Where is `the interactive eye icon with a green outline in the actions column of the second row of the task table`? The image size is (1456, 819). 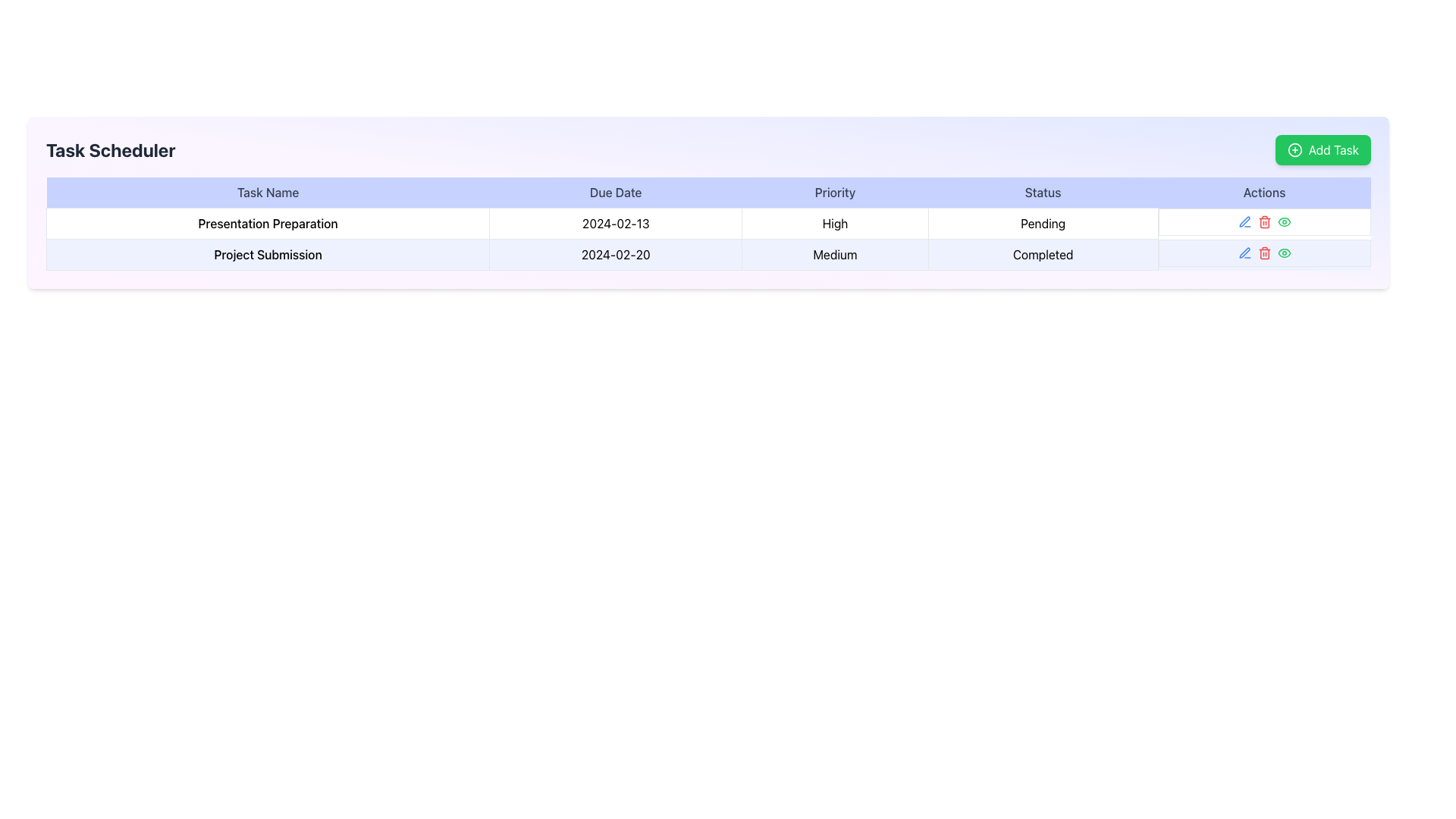 the interactive eye icon with a green outline in the actions column of the second row of the task table is located at coordinates (1283, 221).